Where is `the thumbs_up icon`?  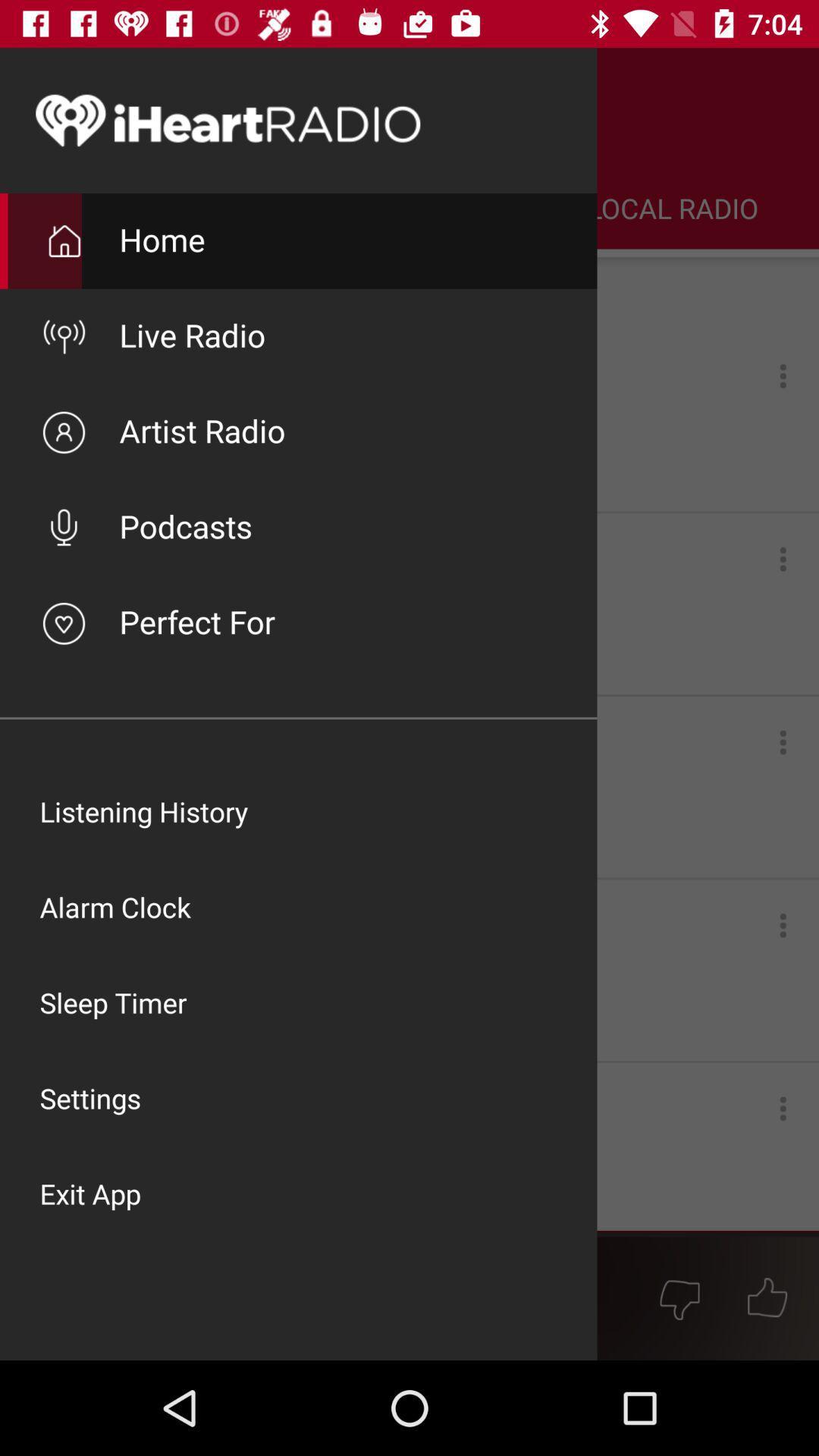 the thumbs_up icon is located at coordinates (767, 1298).